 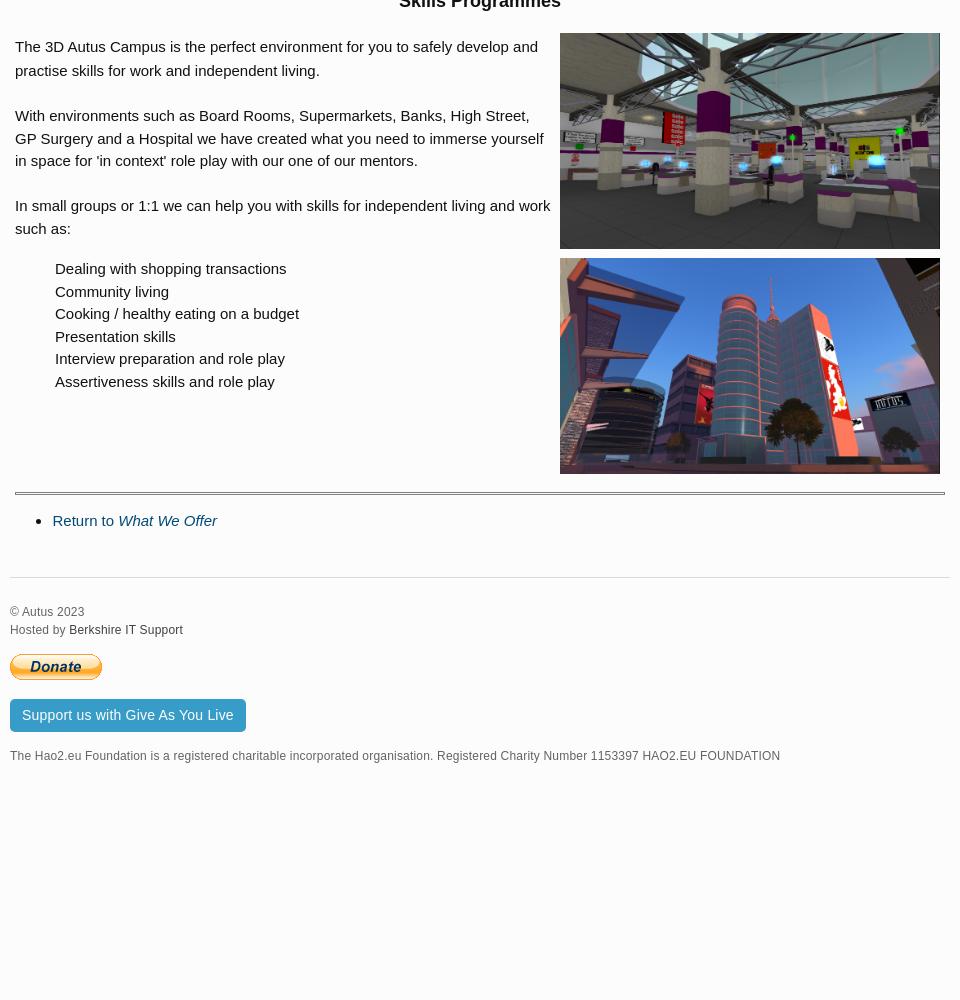 What do you see at coordinates (8, 755) in the screenshot?
I see `'The Hao2.eu Foundation is a registered charitable incorporated organisation. Registered Charity Number 1153397 HAO2.EU FOUNDATION'` at bounding box center [8, 755].